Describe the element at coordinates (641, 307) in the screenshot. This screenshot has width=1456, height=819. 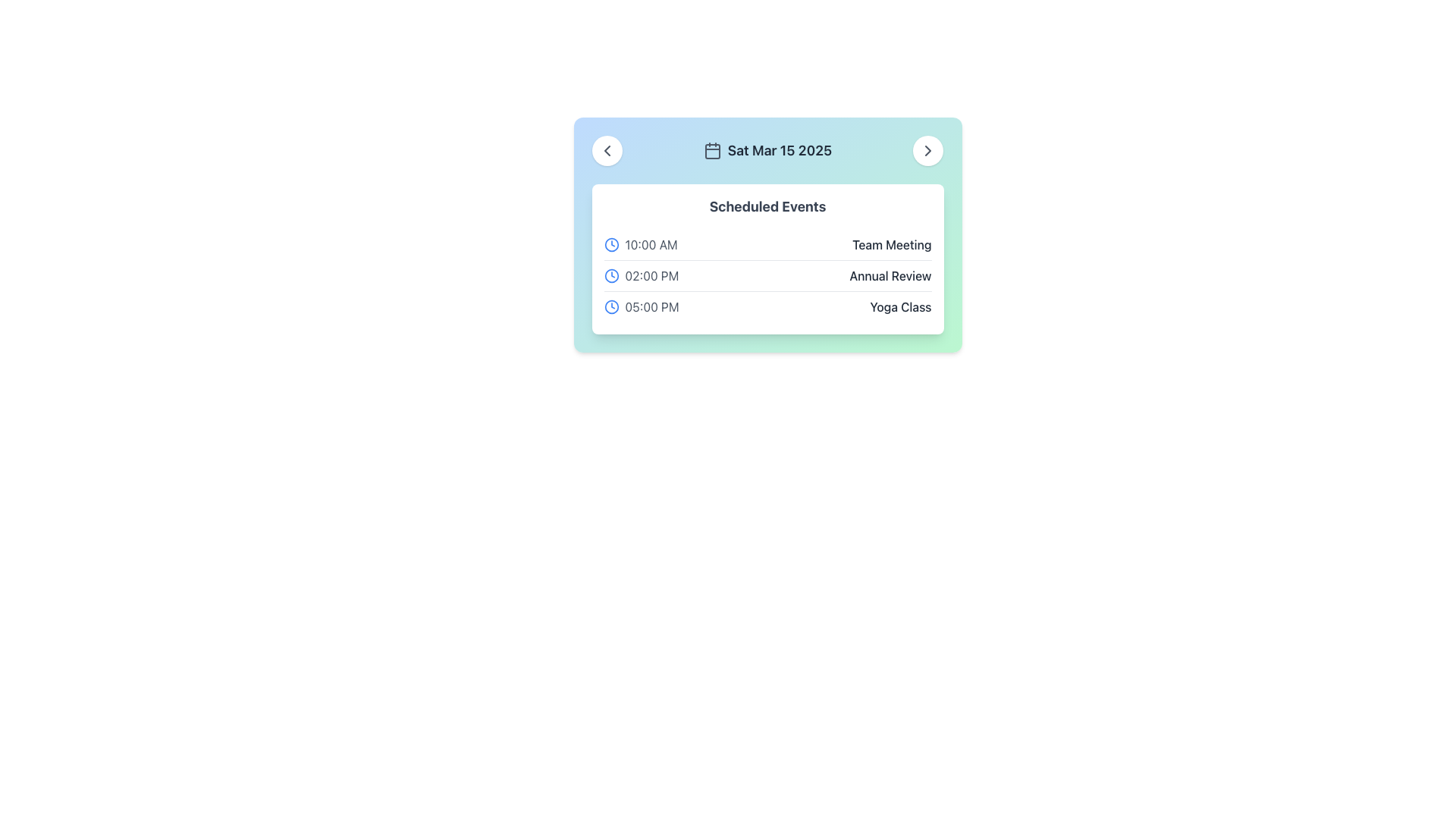
I see `the text label displaying the time '05:00 PM' next to the blue clock icon` at that location.